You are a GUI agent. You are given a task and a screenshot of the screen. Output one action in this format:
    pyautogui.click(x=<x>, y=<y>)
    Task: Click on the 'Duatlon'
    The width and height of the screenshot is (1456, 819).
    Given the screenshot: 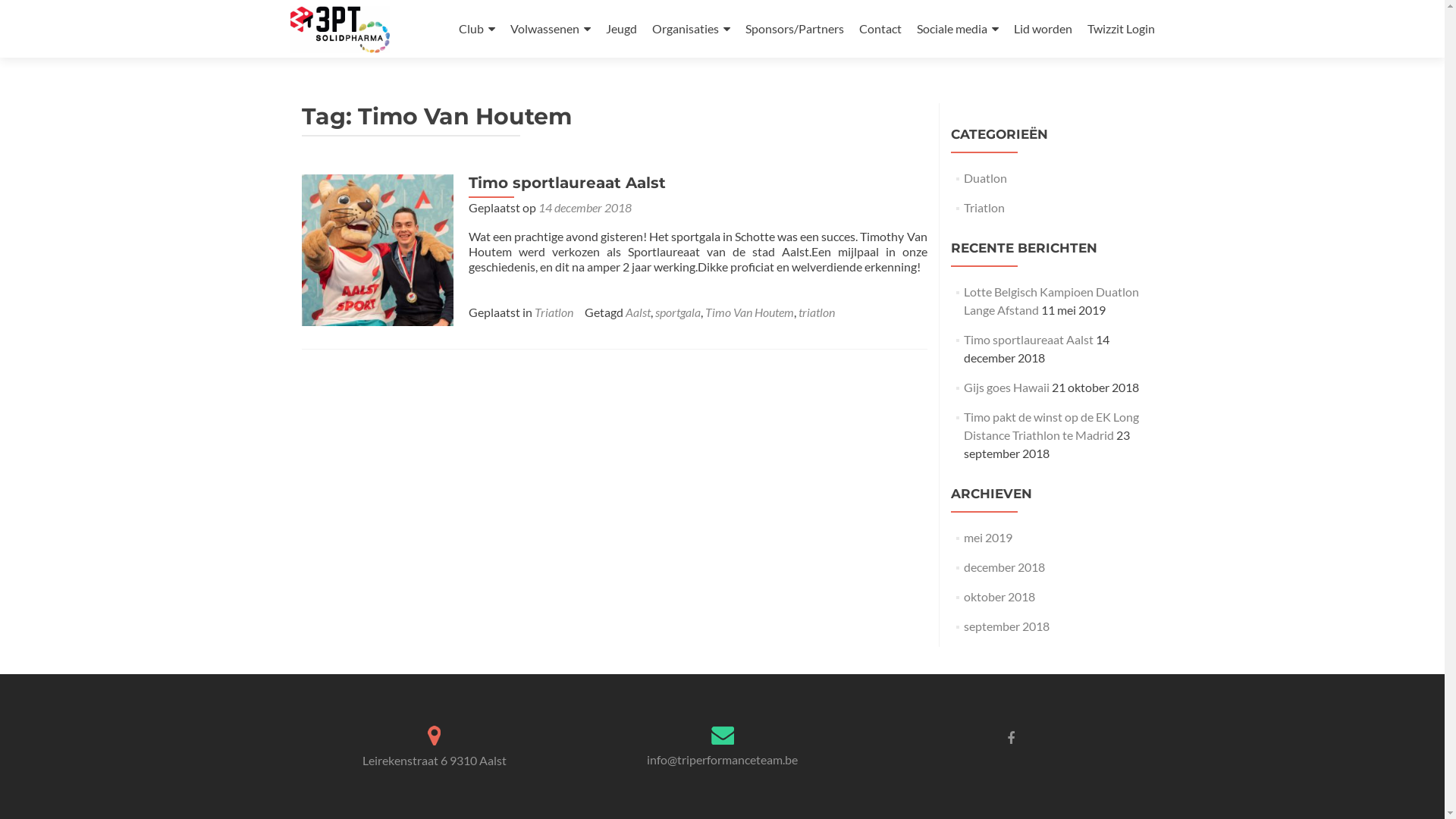 What is the action you would take?
    pyautogui.click(x=985, y=177)
    